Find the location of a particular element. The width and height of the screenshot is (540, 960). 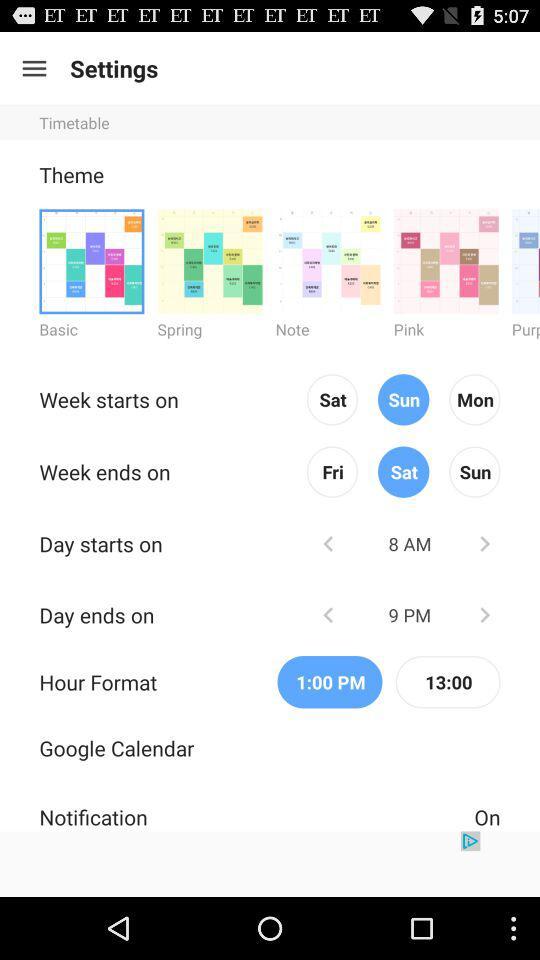

select is located at coordinates (525, 260).